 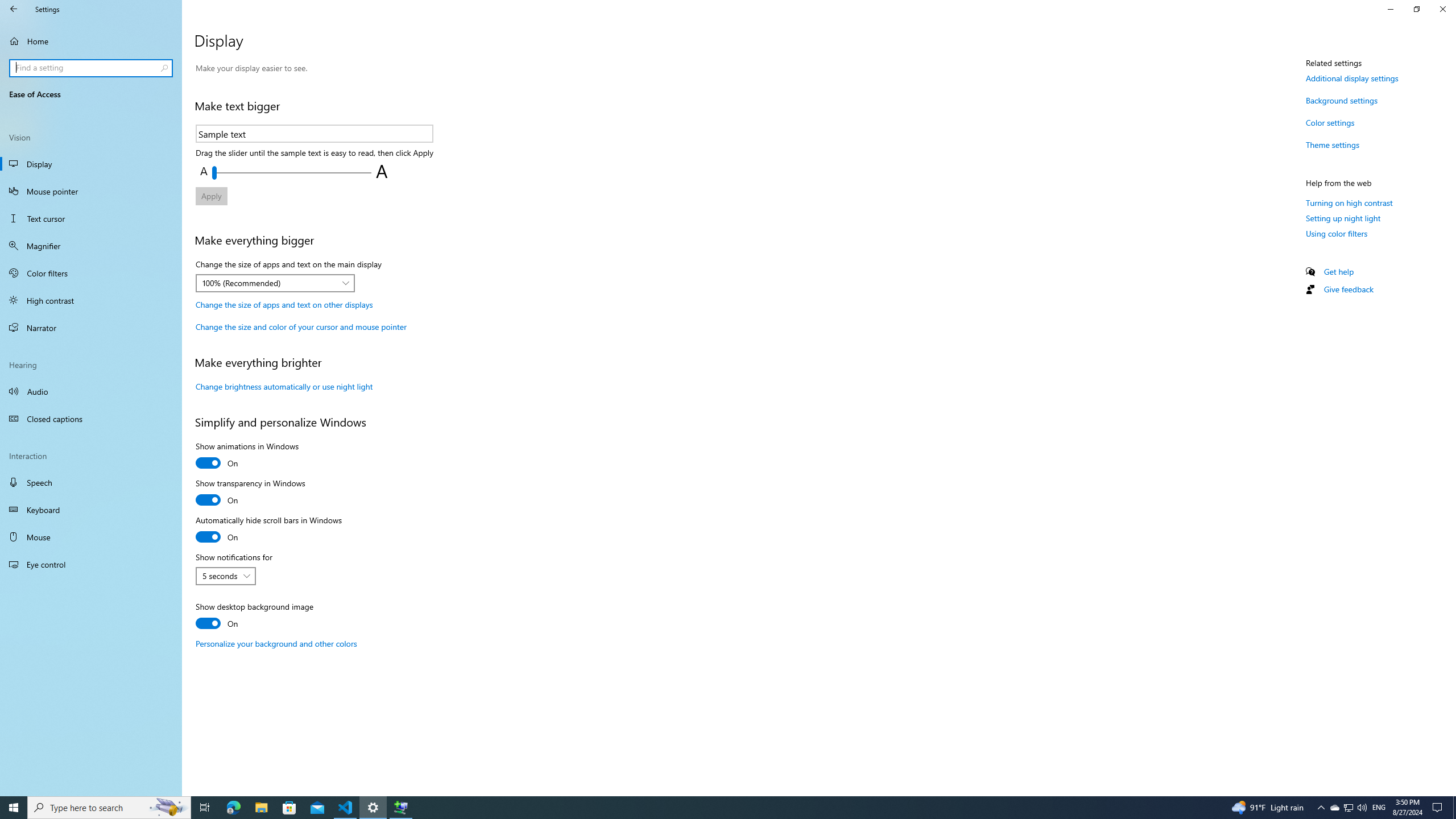 I want to click on 'Keyboard', so click(x=90, y=510).